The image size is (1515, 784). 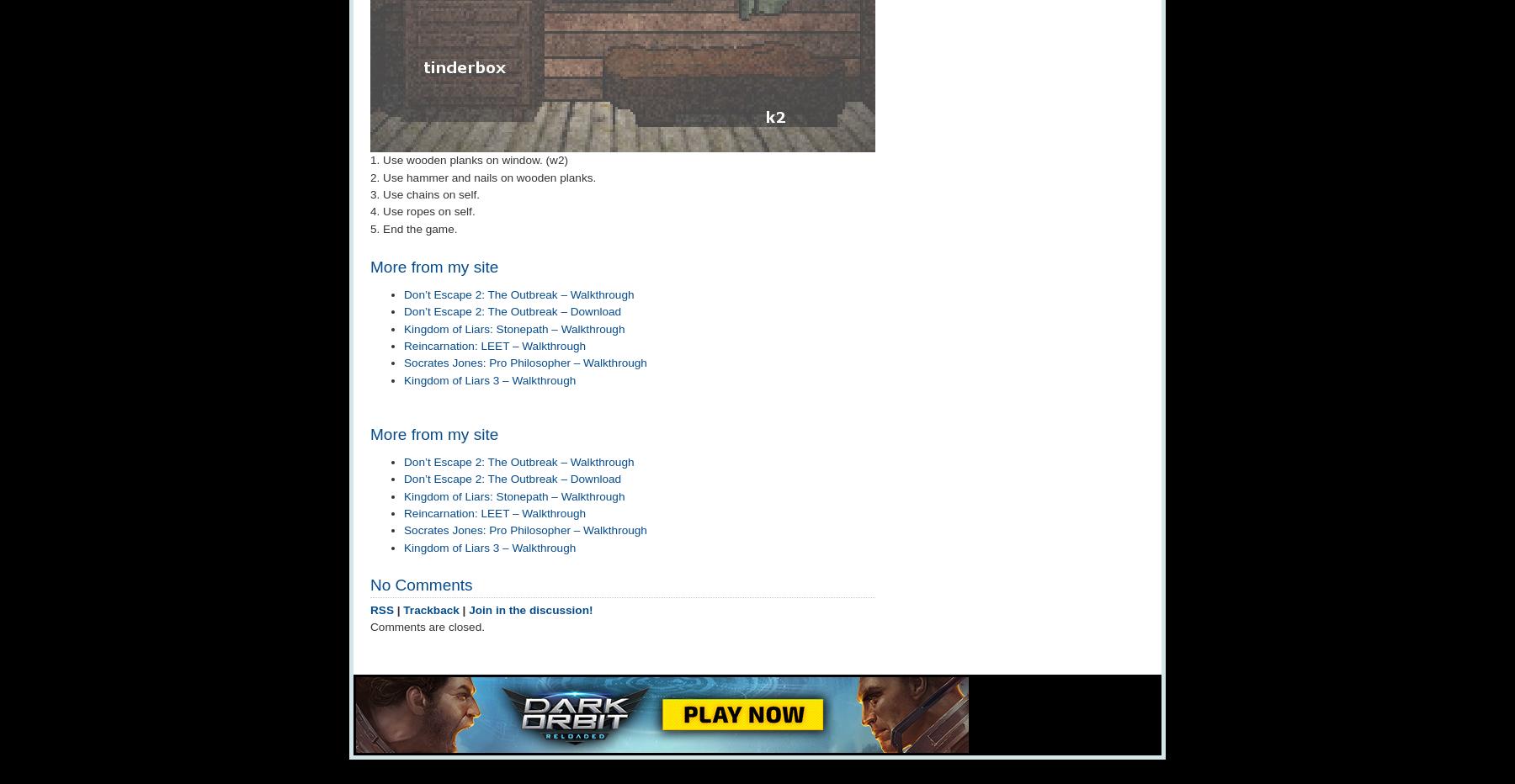 I want to click on '5. End the game.', so click(x=412, y=227).